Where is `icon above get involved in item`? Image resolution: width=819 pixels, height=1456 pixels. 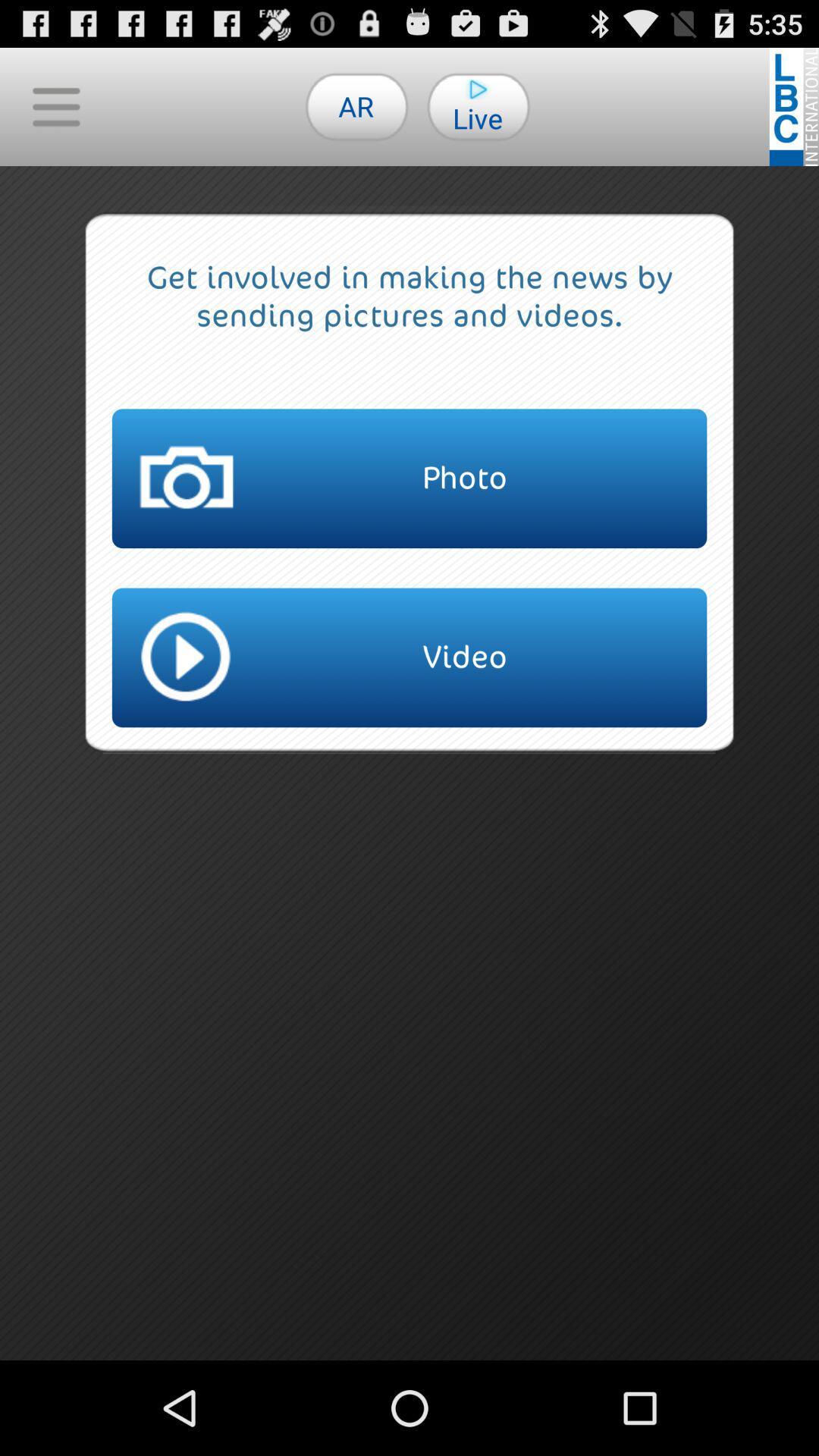 icon above get involved in item is located at coordinates (356, 105).